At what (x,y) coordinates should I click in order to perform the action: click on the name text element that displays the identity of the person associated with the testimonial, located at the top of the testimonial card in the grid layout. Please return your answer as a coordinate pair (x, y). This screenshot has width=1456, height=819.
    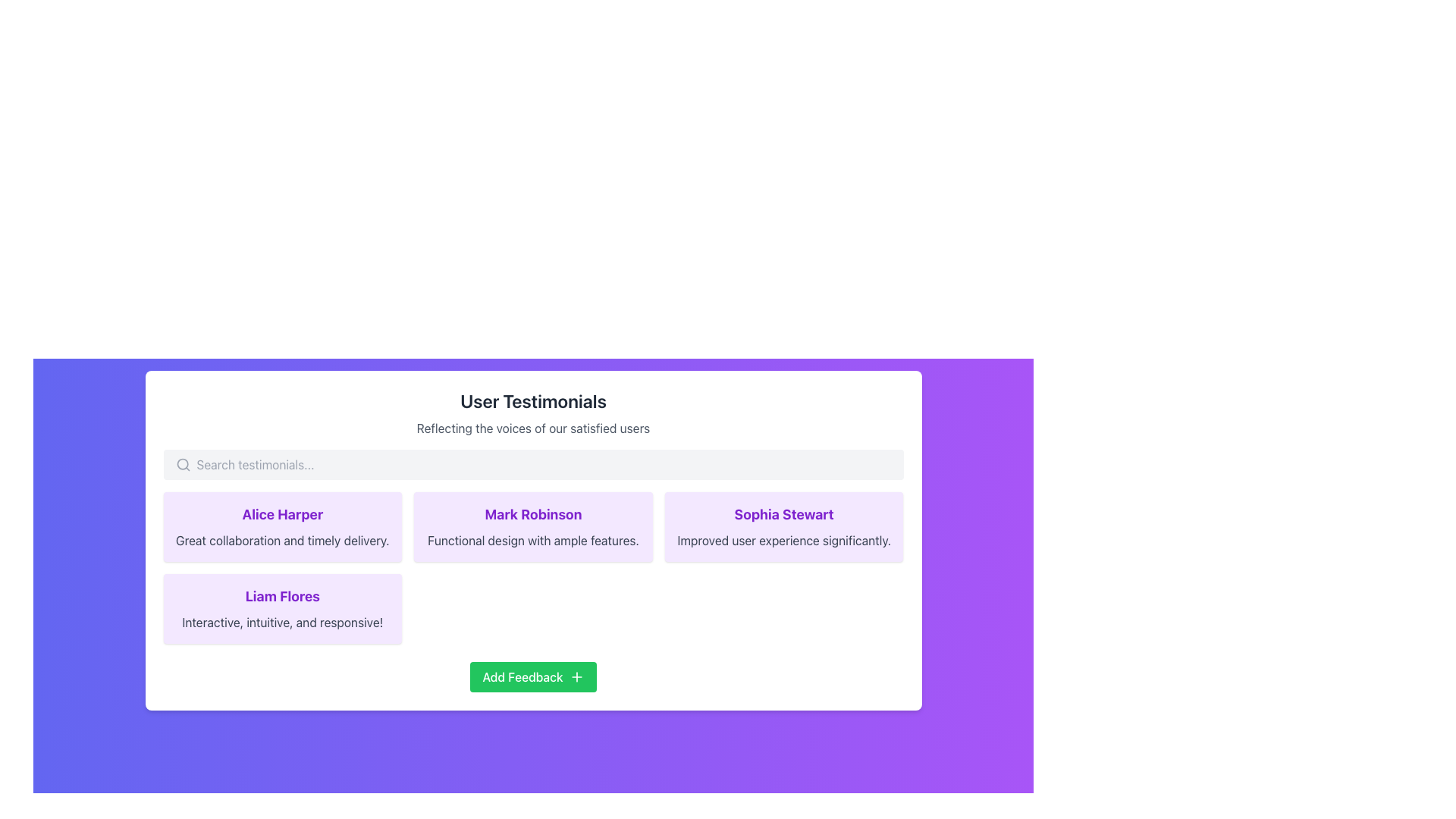
    Looking at the image, I should click on (282, 595).